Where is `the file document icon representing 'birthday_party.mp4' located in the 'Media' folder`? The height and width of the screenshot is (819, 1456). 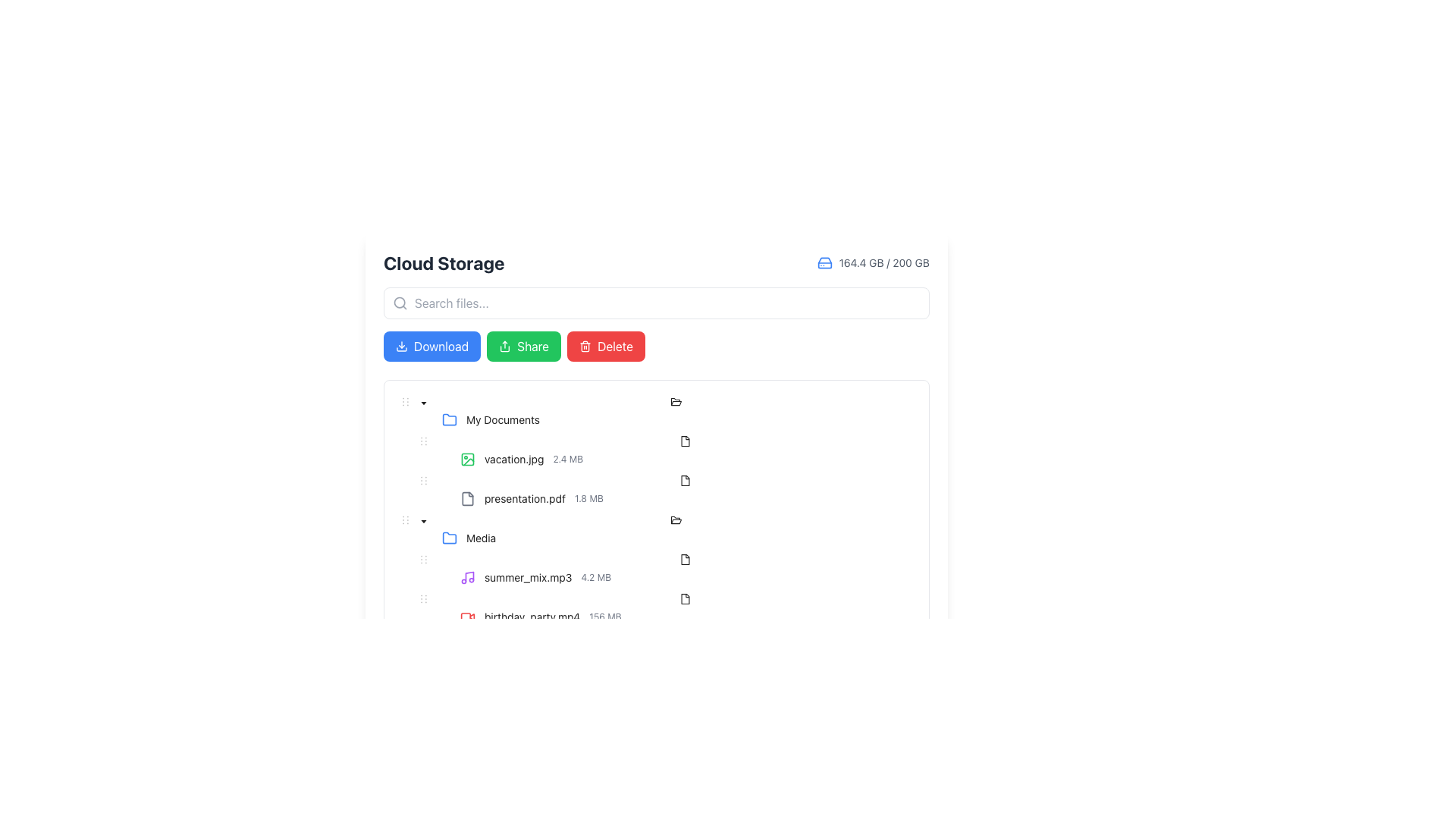 the file document icon representing 'birthday_party.mp4' located in the 'Media' folder is located at coordinates (684, 598).